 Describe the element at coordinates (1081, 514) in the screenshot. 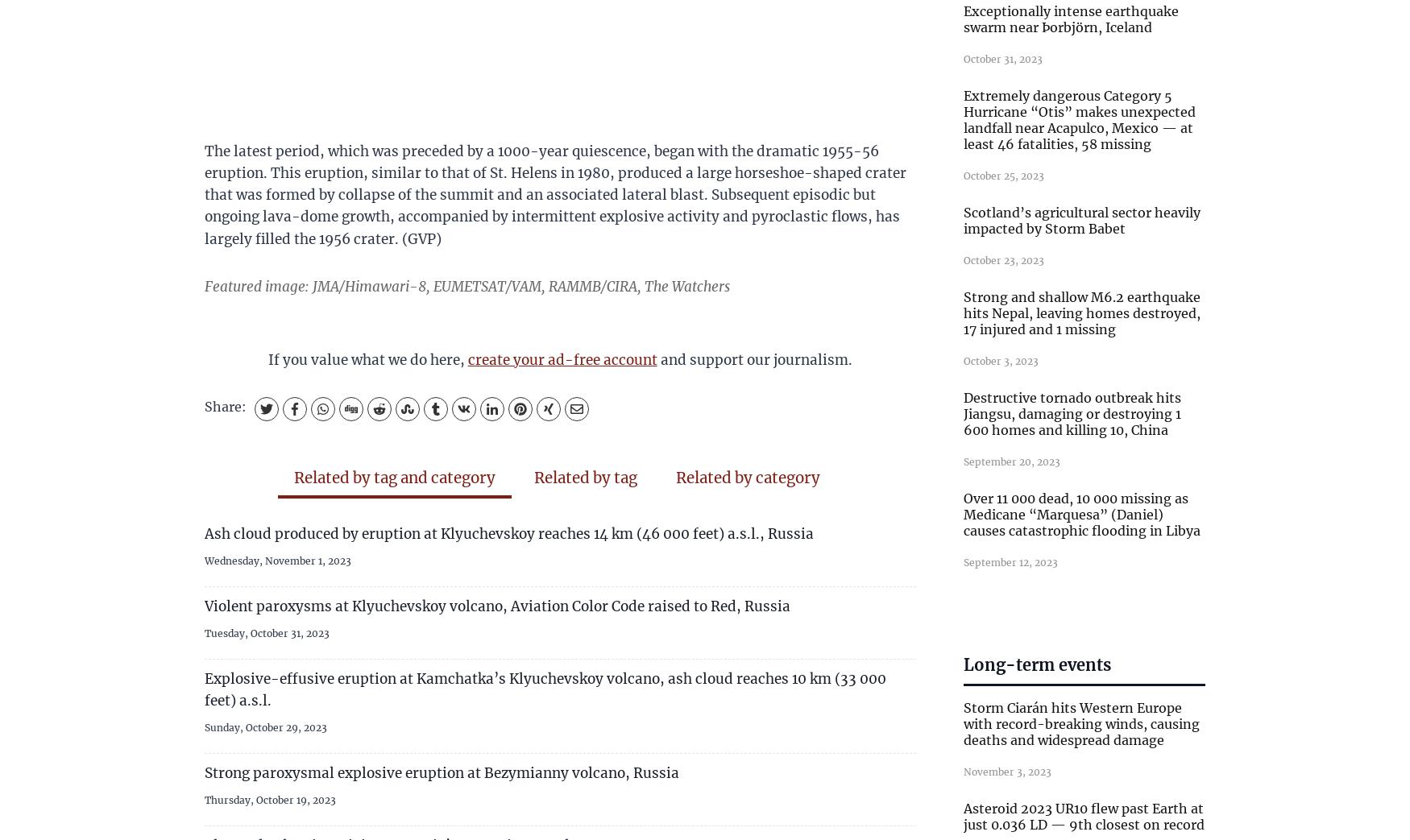

I see `'Over 11 000 dead, 10 000 missing as Medicane “Marquesa” (Daniel) causes catastrophic flooding in Libya'` at that location.